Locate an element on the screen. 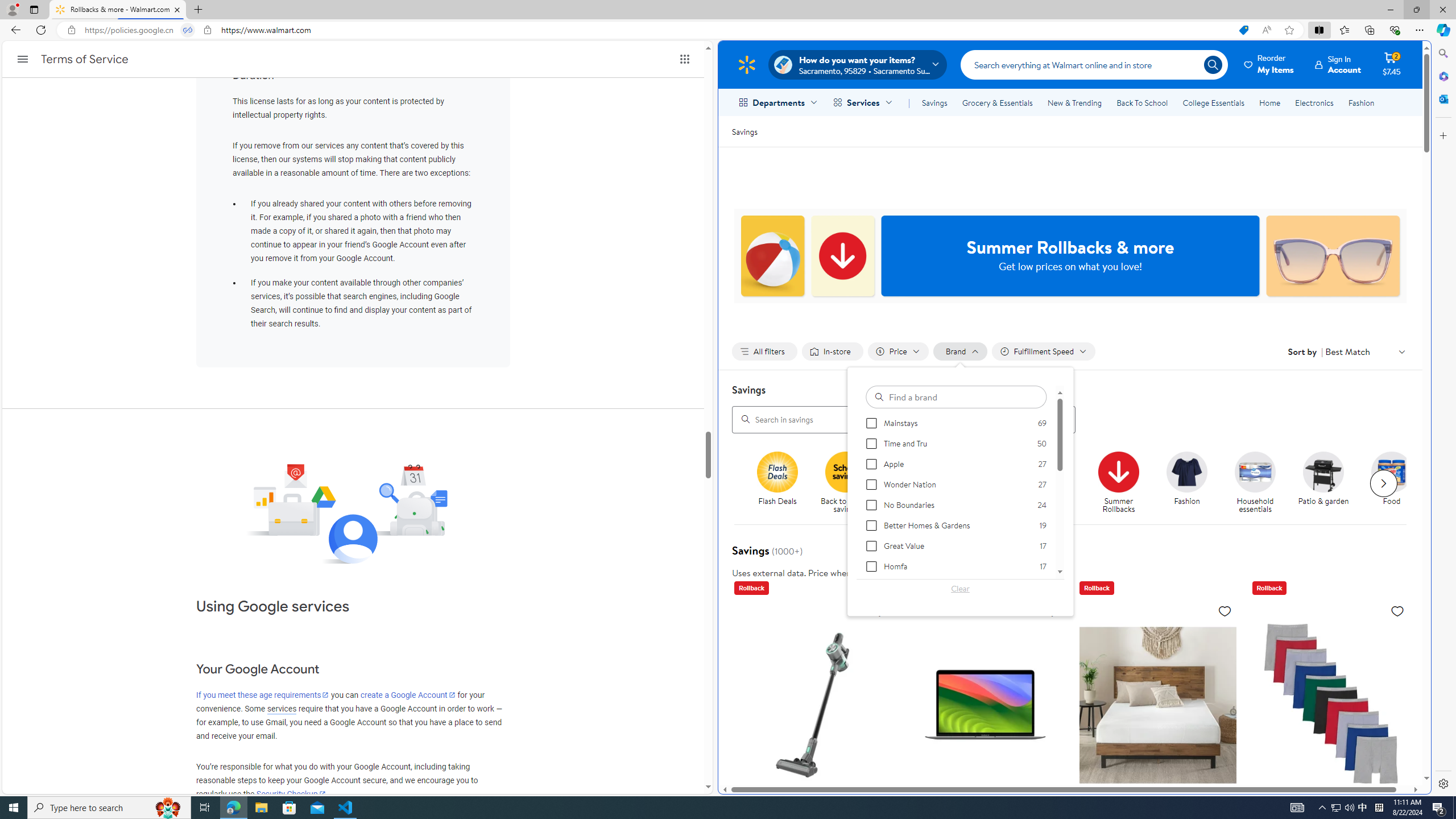  'Reorder My Items' is located at coordinates (1269, 64).